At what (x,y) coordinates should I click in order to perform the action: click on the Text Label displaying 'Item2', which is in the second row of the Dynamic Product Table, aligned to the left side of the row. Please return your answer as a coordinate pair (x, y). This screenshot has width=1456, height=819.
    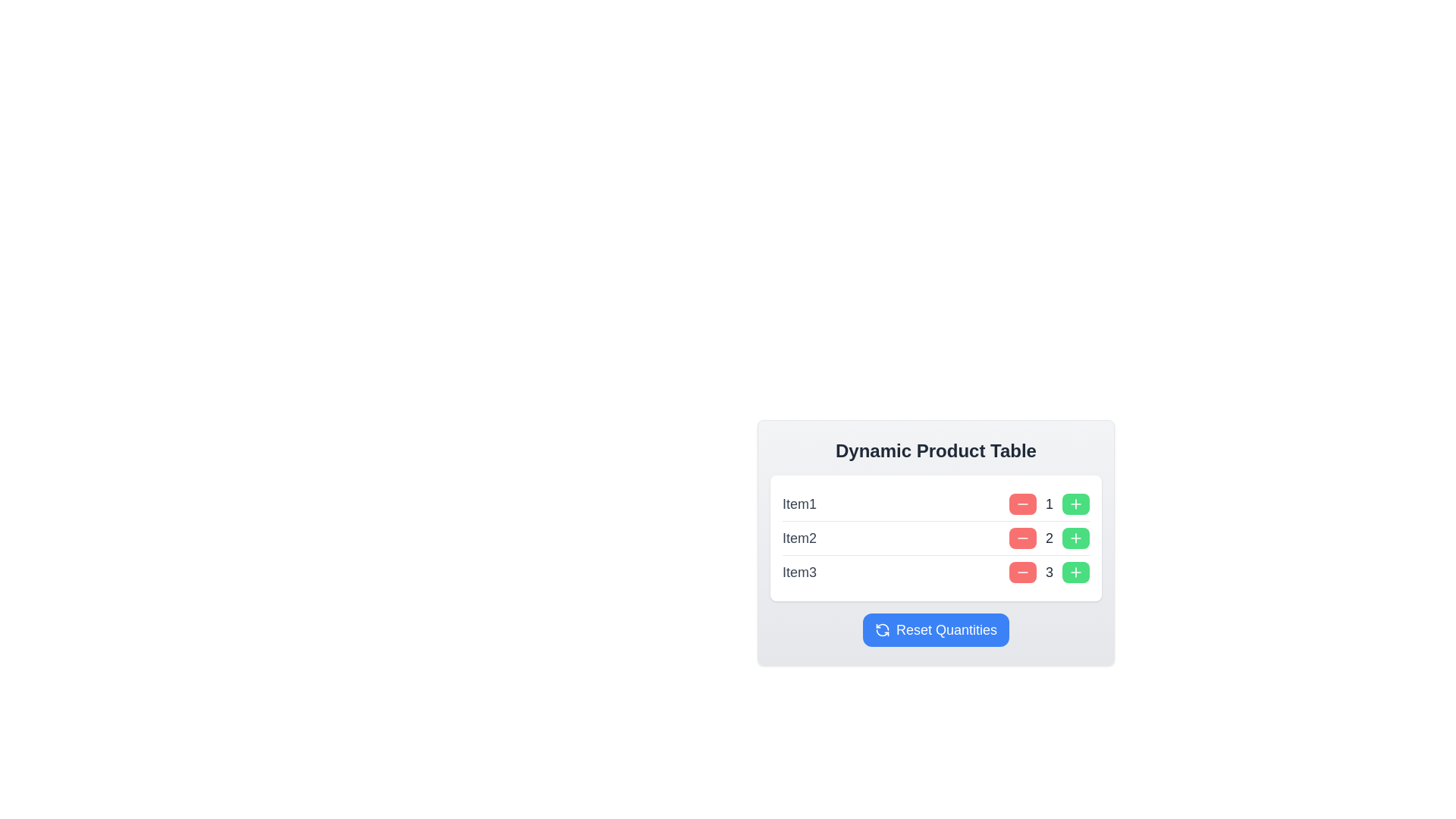
    Looking at the image, I should click on (799, 537).